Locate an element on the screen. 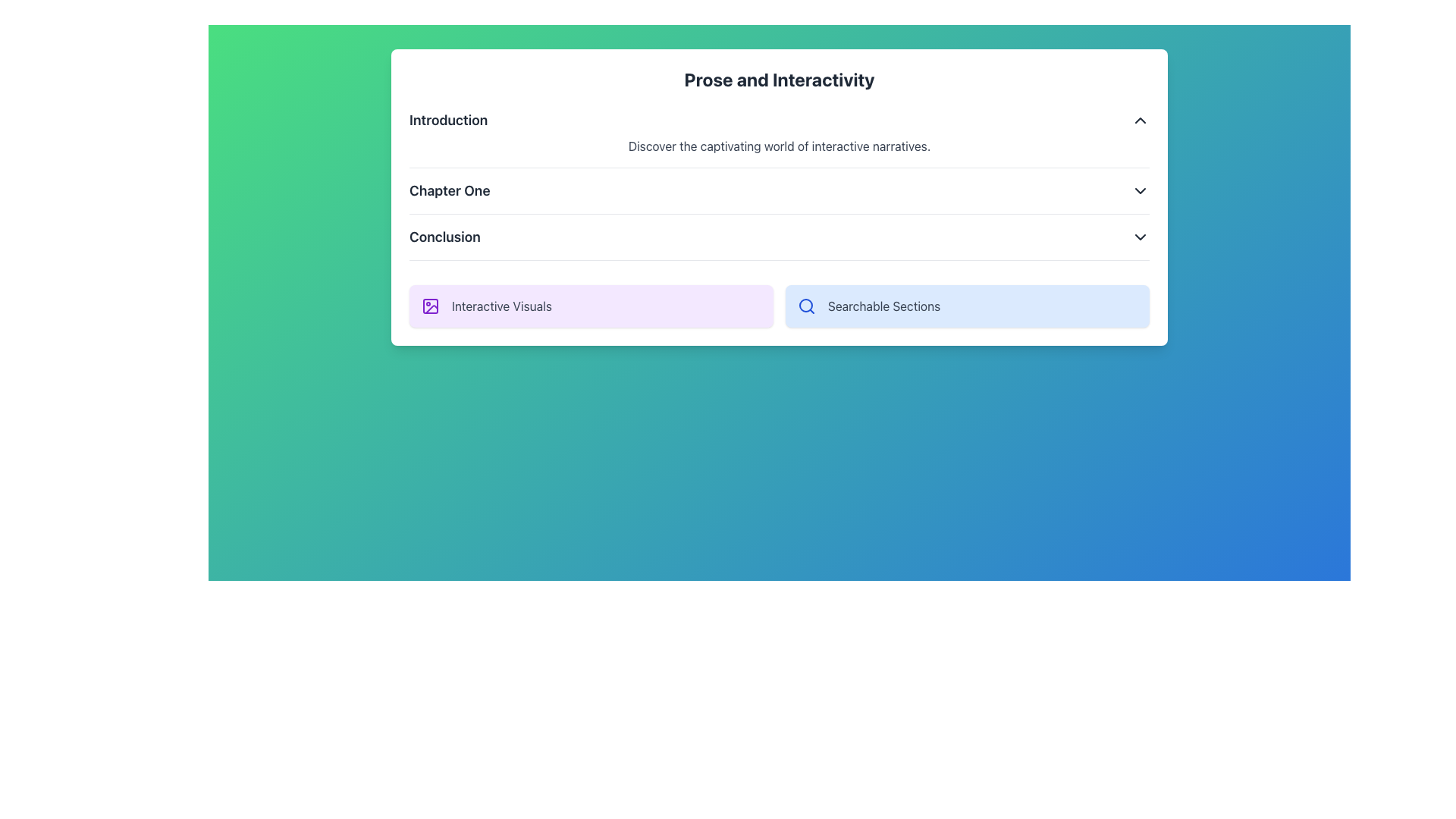 This screenshot has height=819, width=1456. the 'Interactive Visuals' card located in the left section of the two-column grid layout is located at coordinates (590, 306).